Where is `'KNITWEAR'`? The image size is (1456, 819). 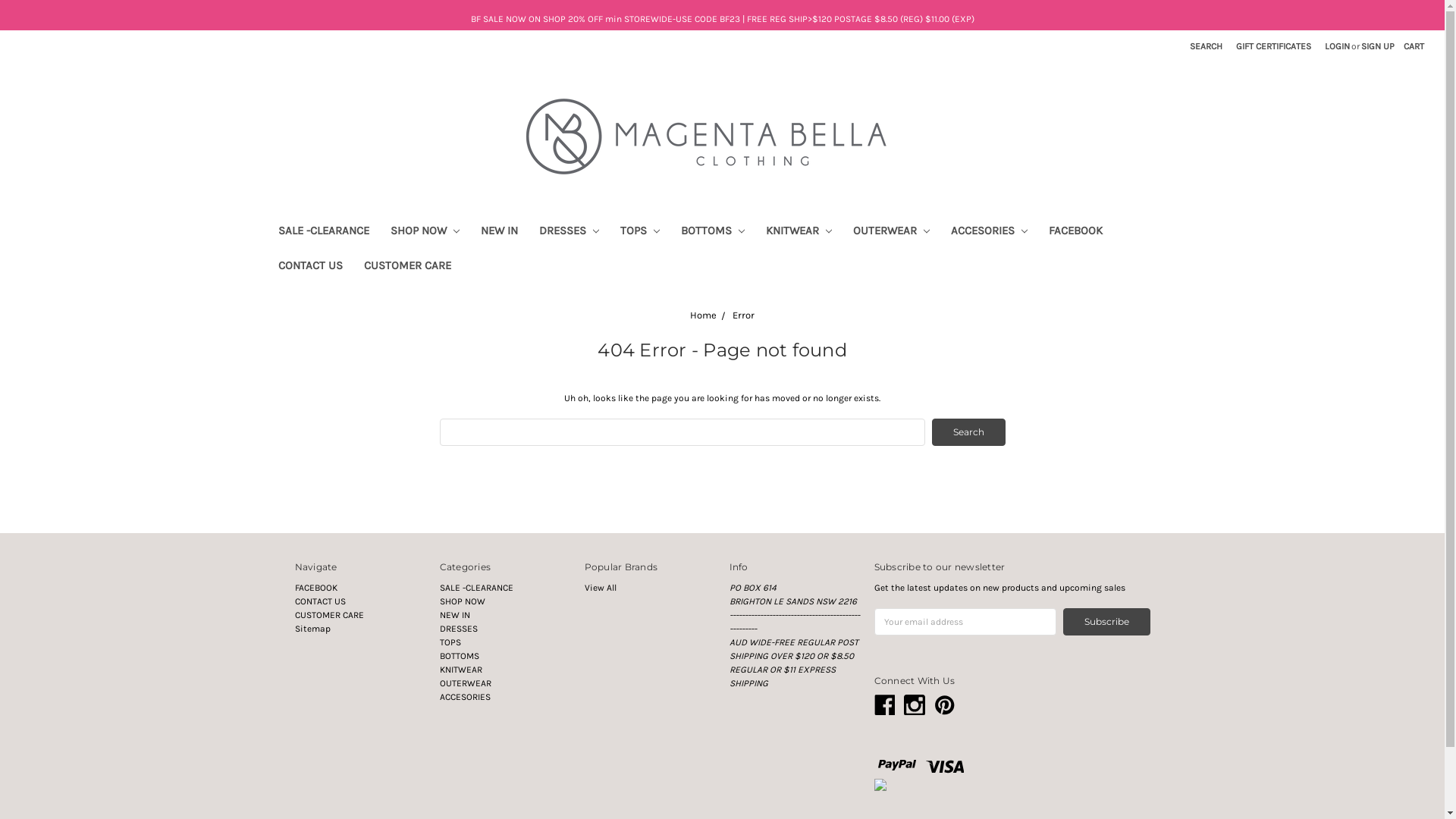
'KNITWEAR' is located at coordinates (798, 233).